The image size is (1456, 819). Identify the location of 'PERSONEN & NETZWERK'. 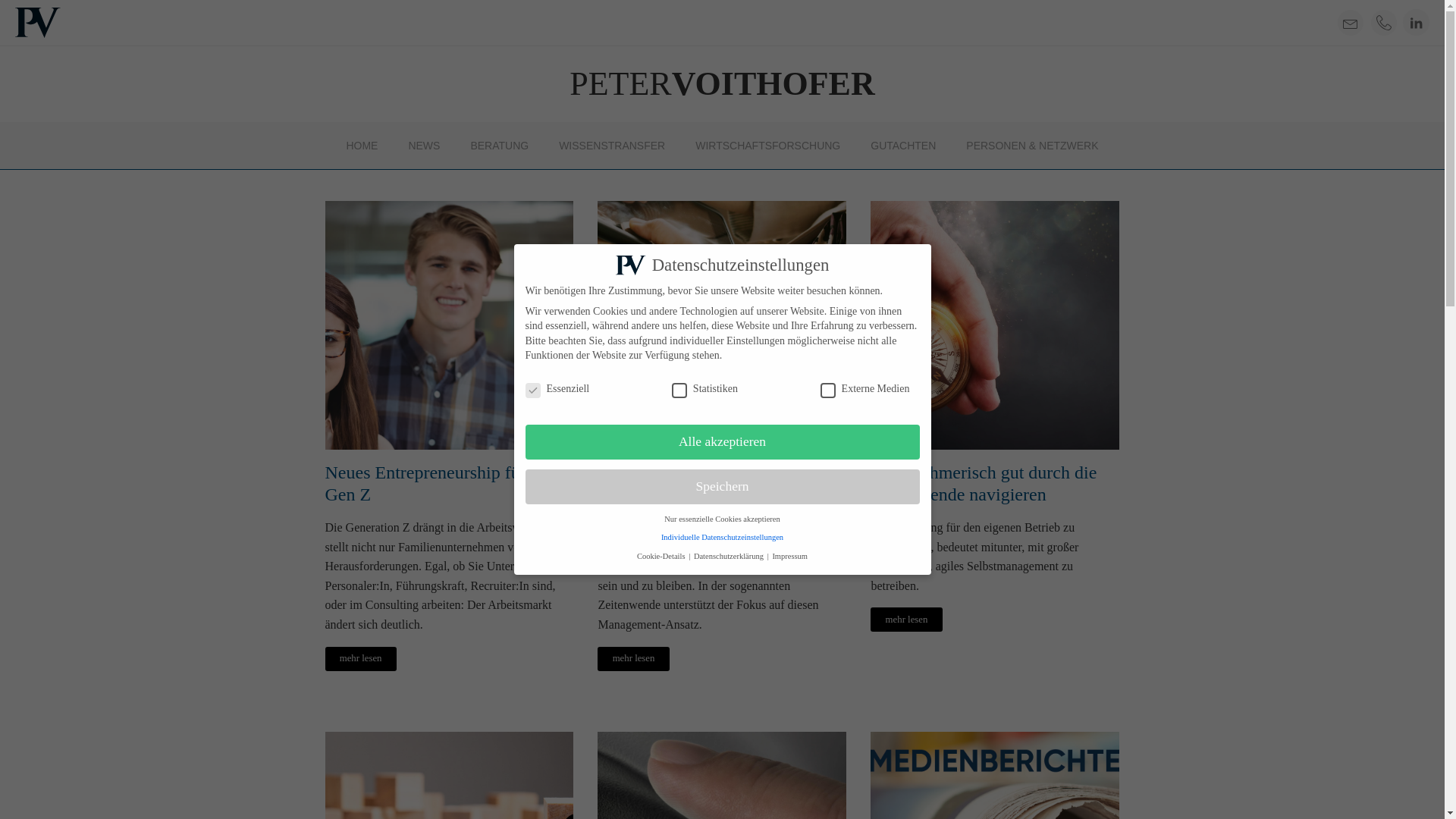
(1031, 146).